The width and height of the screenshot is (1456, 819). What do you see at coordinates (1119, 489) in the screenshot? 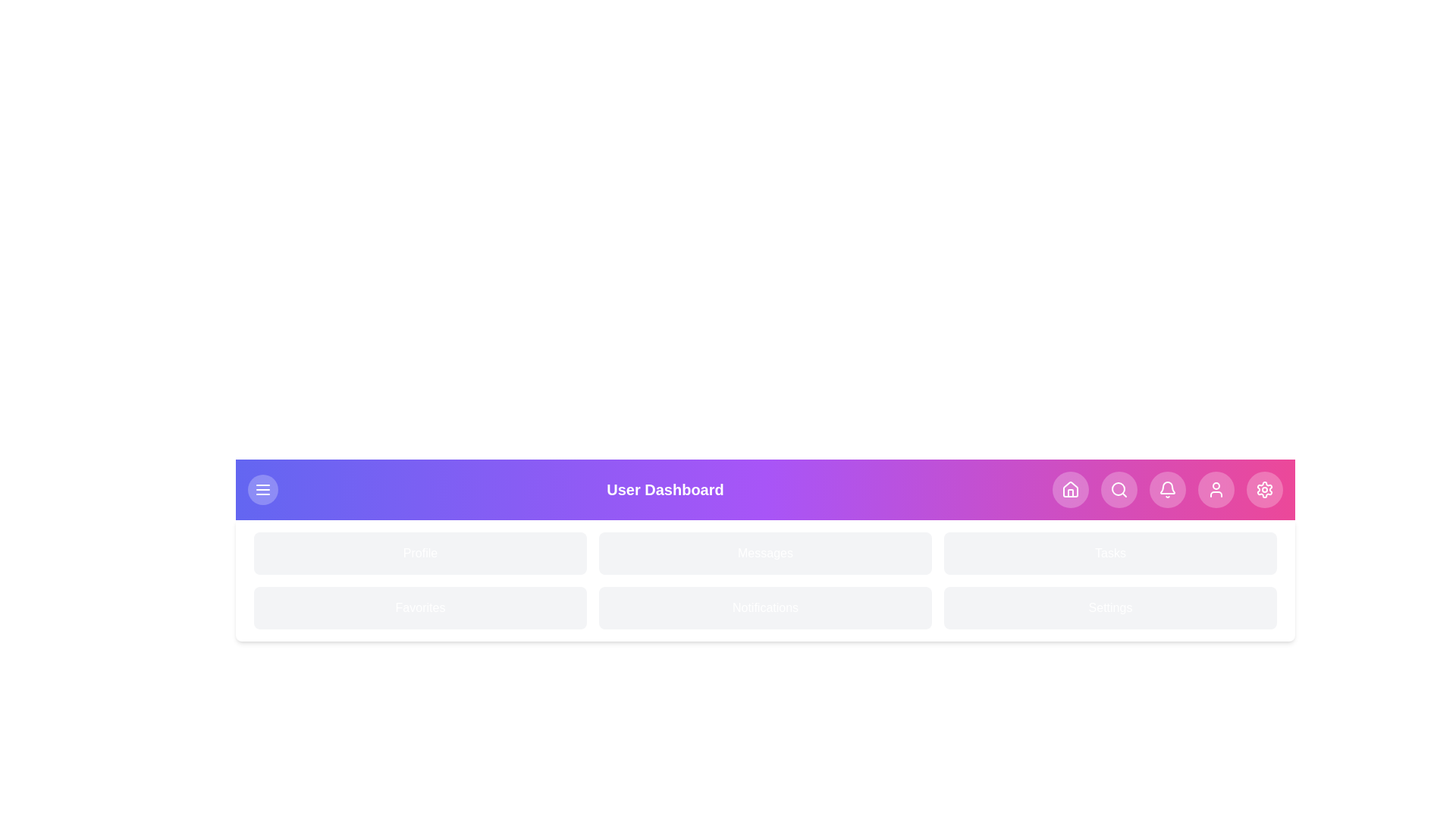
I see `the navigation button corresponding to Search` at bounding box center [1119, 489].